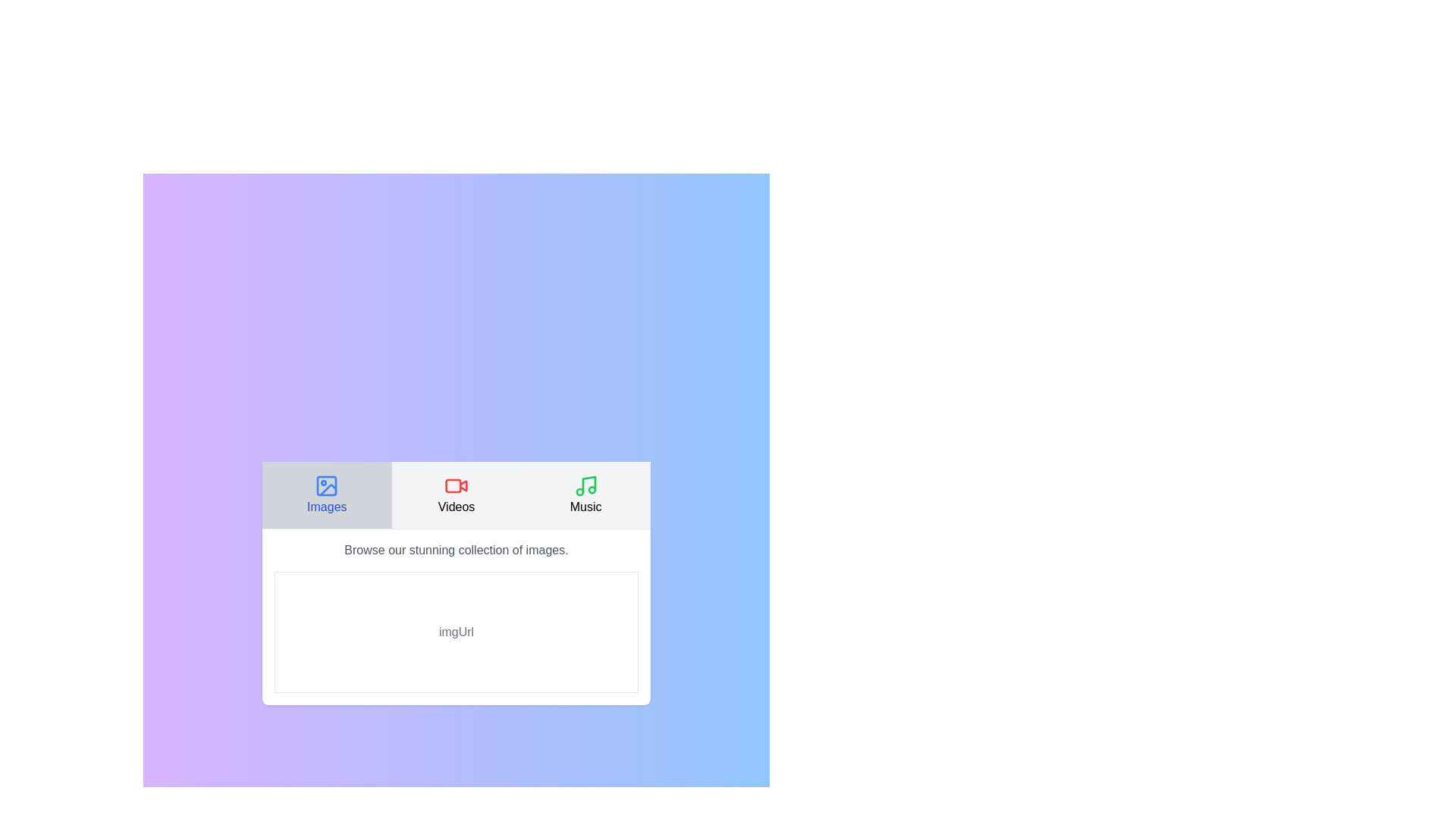  Describe the element at coordinates (455, 494) in the screenshot. I see `the Videos tab to view its content` at that location.